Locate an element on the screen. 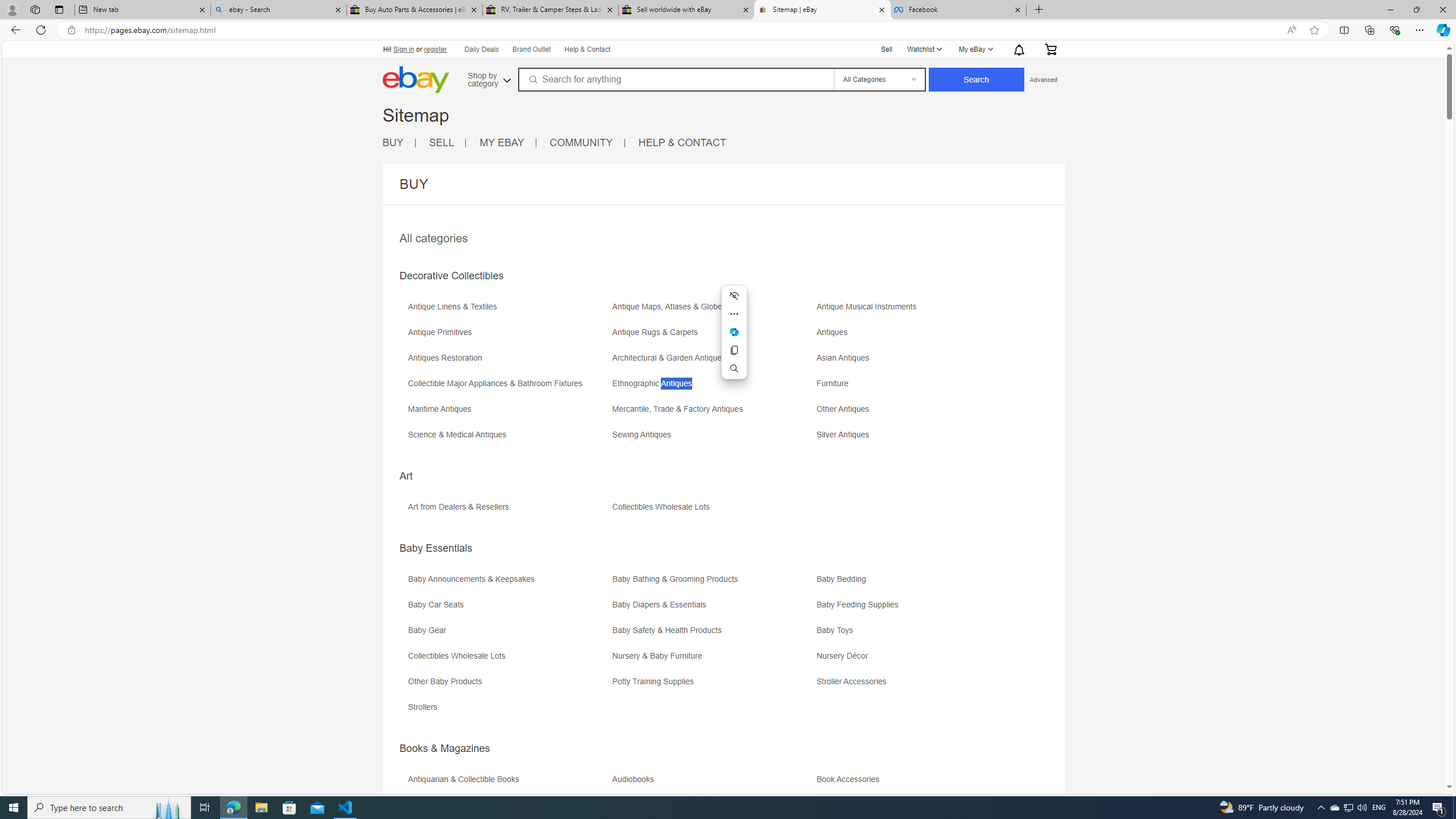 Image resolution: width=1456 pixels, height=819 pixels. 'eBay Logo' is located at coordinates (415, 79).